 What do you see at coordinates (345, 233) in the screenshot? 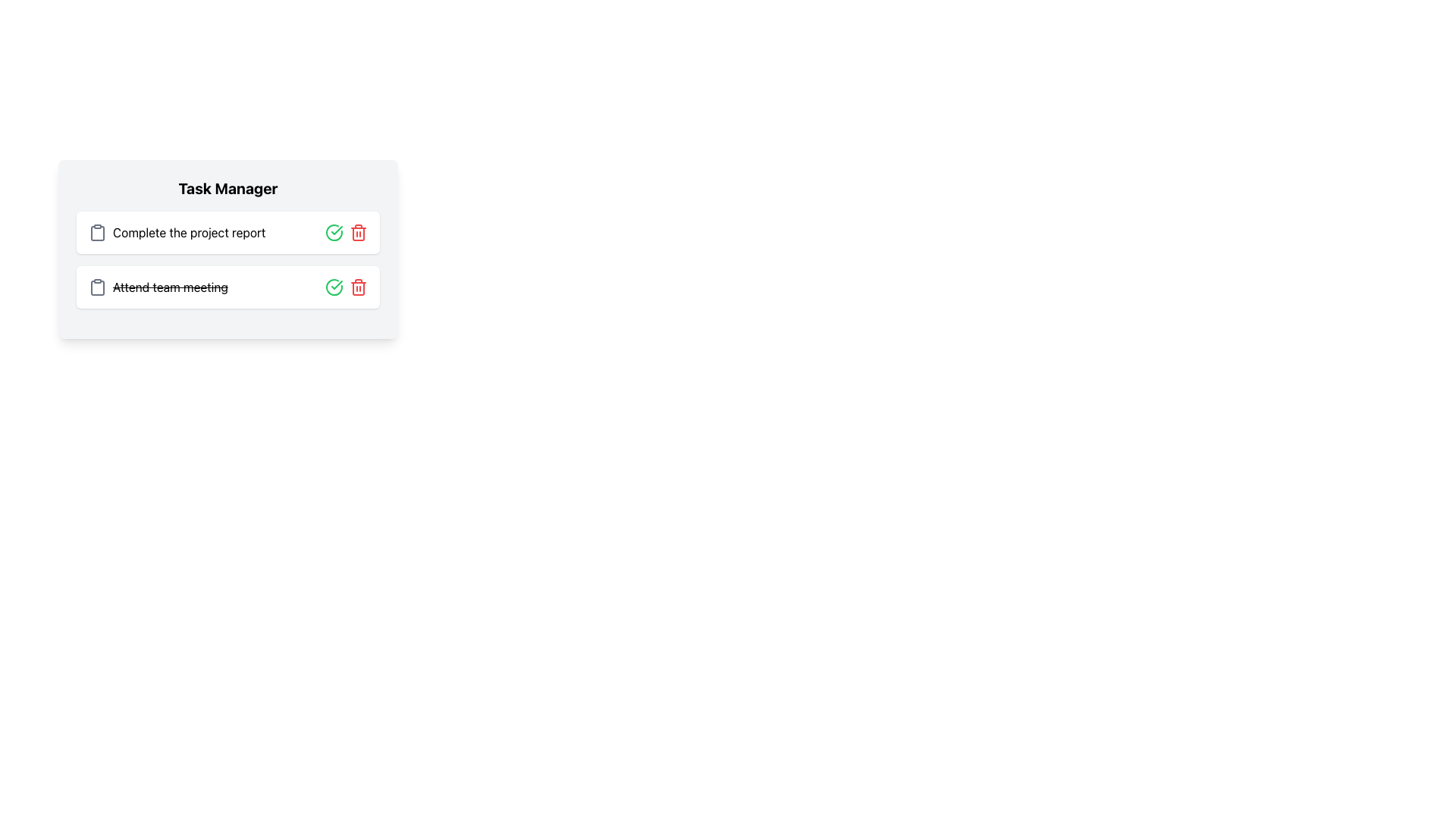
I see `the composite action buttons consisting of a green checkmark and a red trash bin icon located in the 'Complete the project report' task row` at bounding box center [345, 233].